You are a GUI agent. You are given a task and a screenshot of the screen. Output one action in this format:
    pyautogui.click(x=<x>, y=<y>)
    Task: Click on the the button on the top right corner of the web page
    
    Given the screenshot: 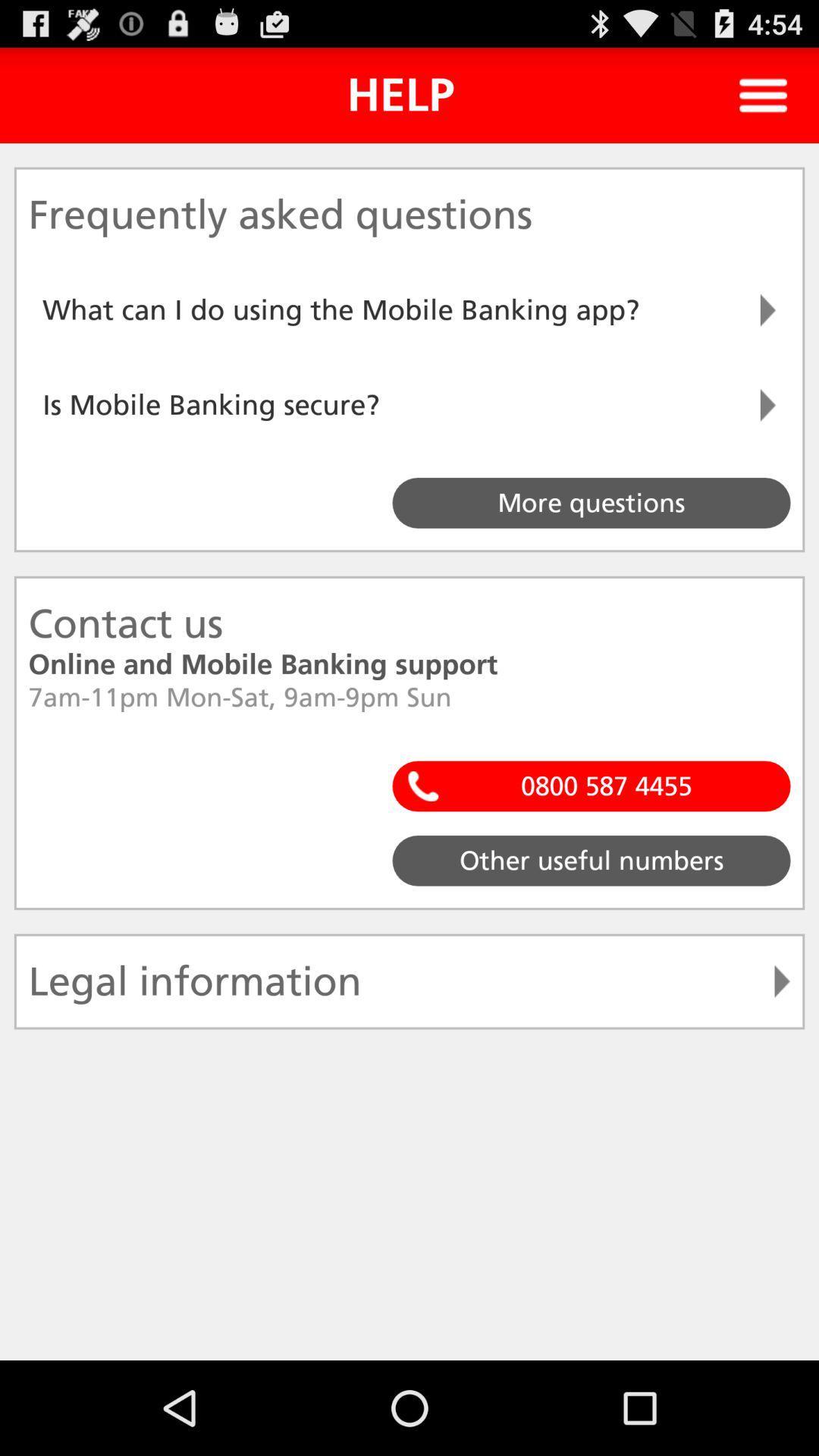 What is the action you would take?
    pyautogui.click(x=763, y=94)
    